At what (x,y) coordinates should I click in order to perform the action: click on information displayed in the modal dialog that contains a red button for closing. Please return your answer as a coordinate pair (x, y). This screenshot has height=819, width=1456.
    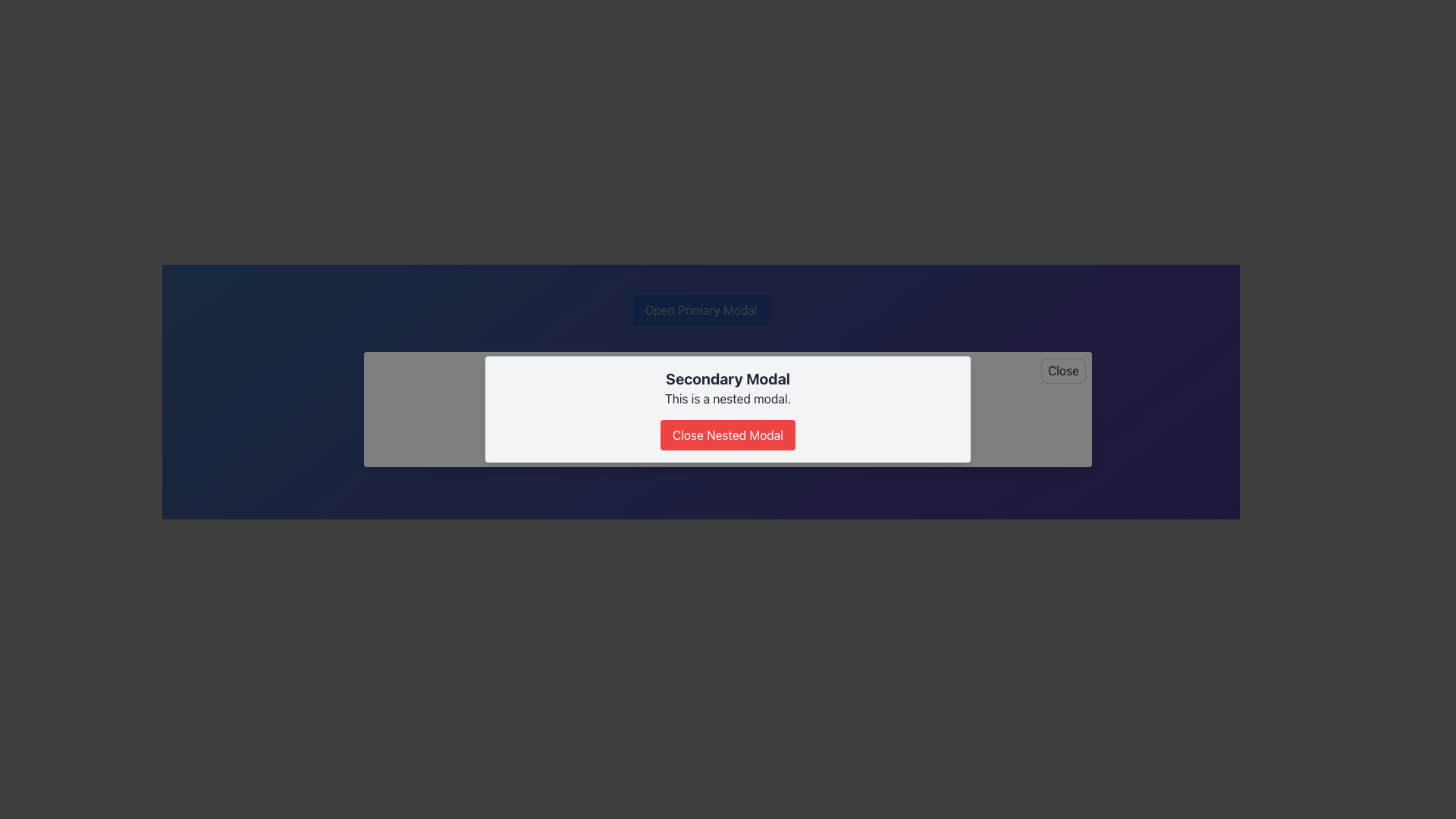
    Looking at the image, I should click on (728, 409).